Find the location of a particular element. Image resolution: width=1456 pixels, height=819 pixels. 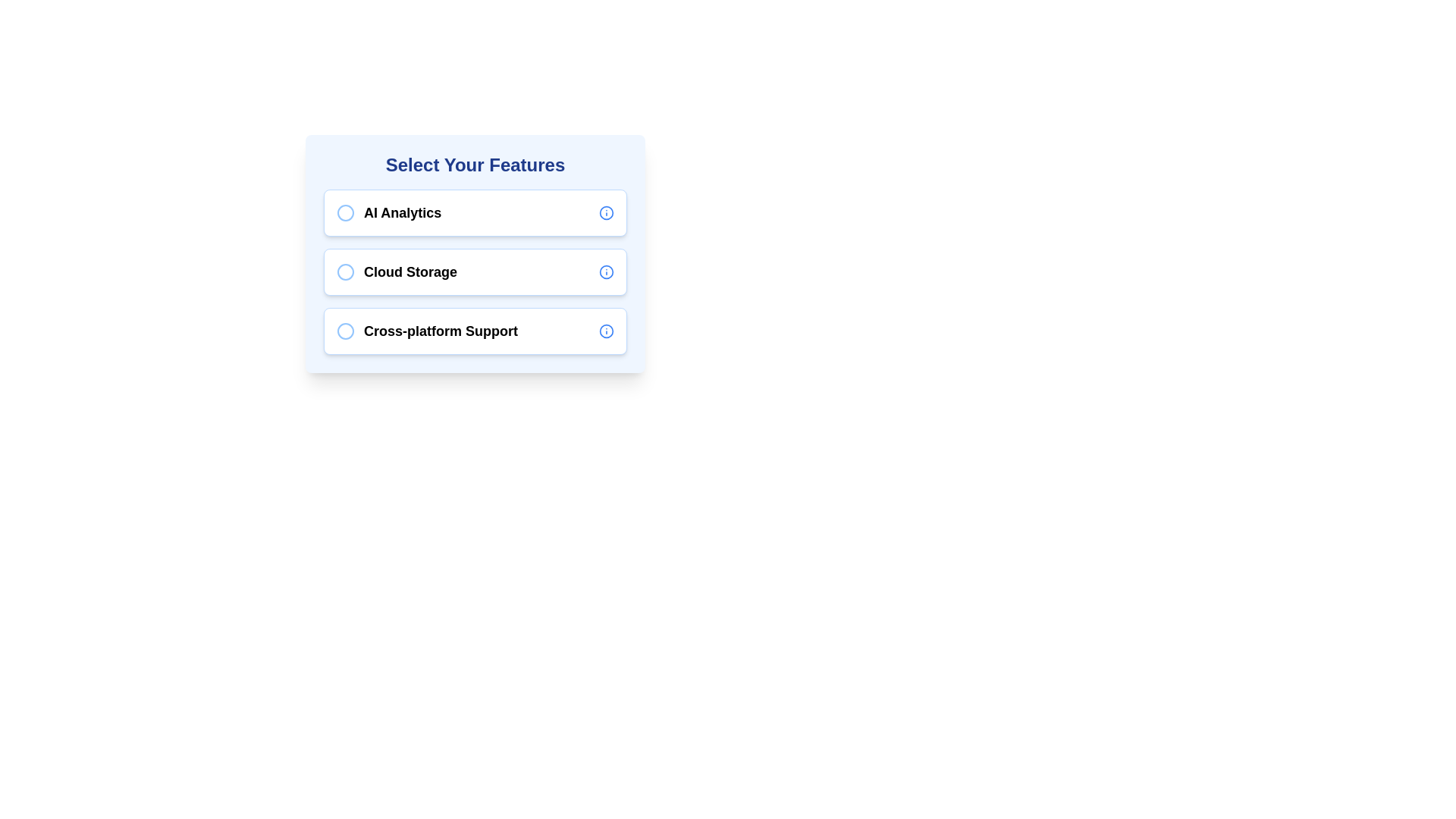

the info marker icon located to the far right of the 'Cloud Storage' option is located at coordinates (607, 271).